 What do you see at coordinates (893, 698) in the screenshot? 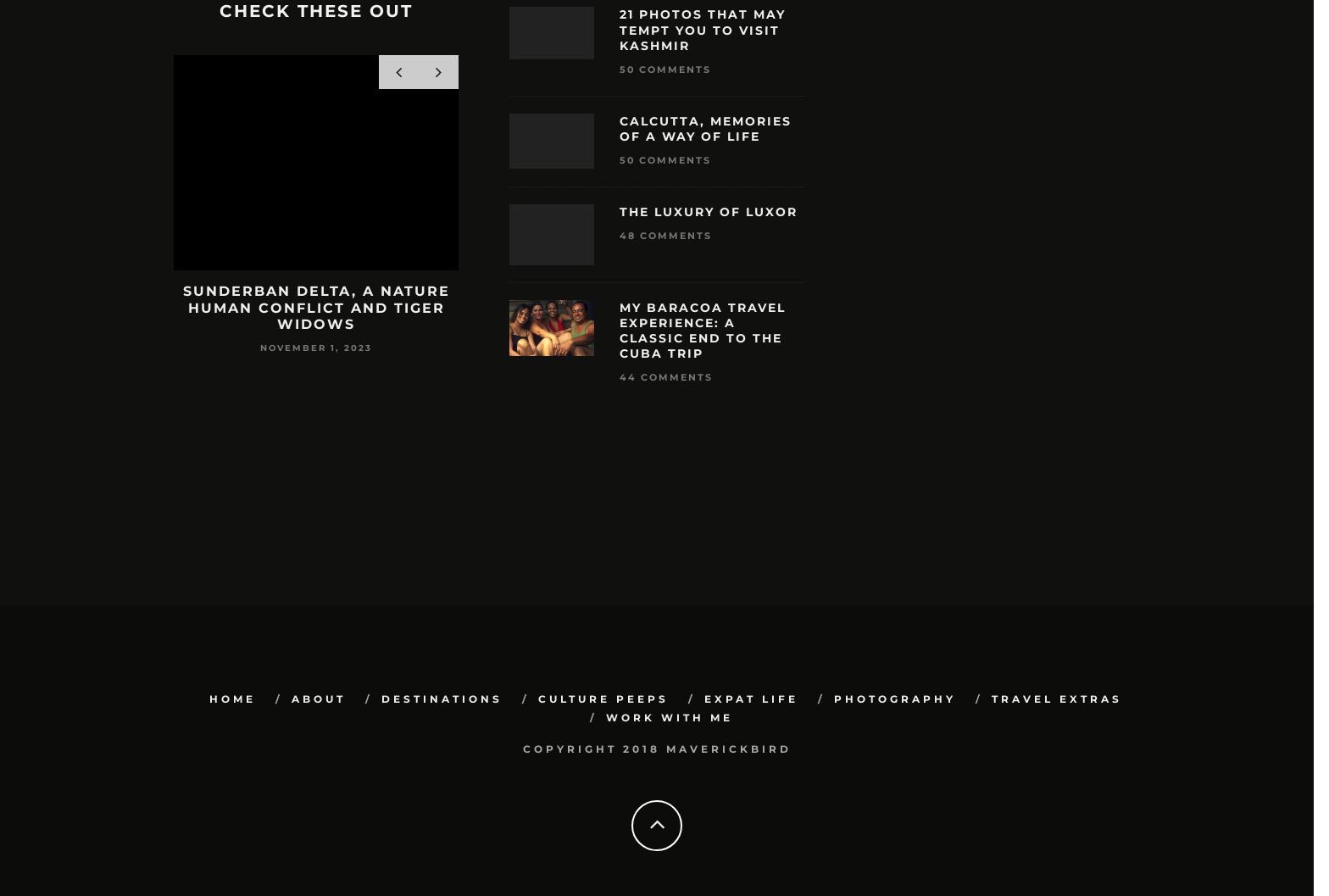
I see `'Photography'` at bounding box center [893, 698].